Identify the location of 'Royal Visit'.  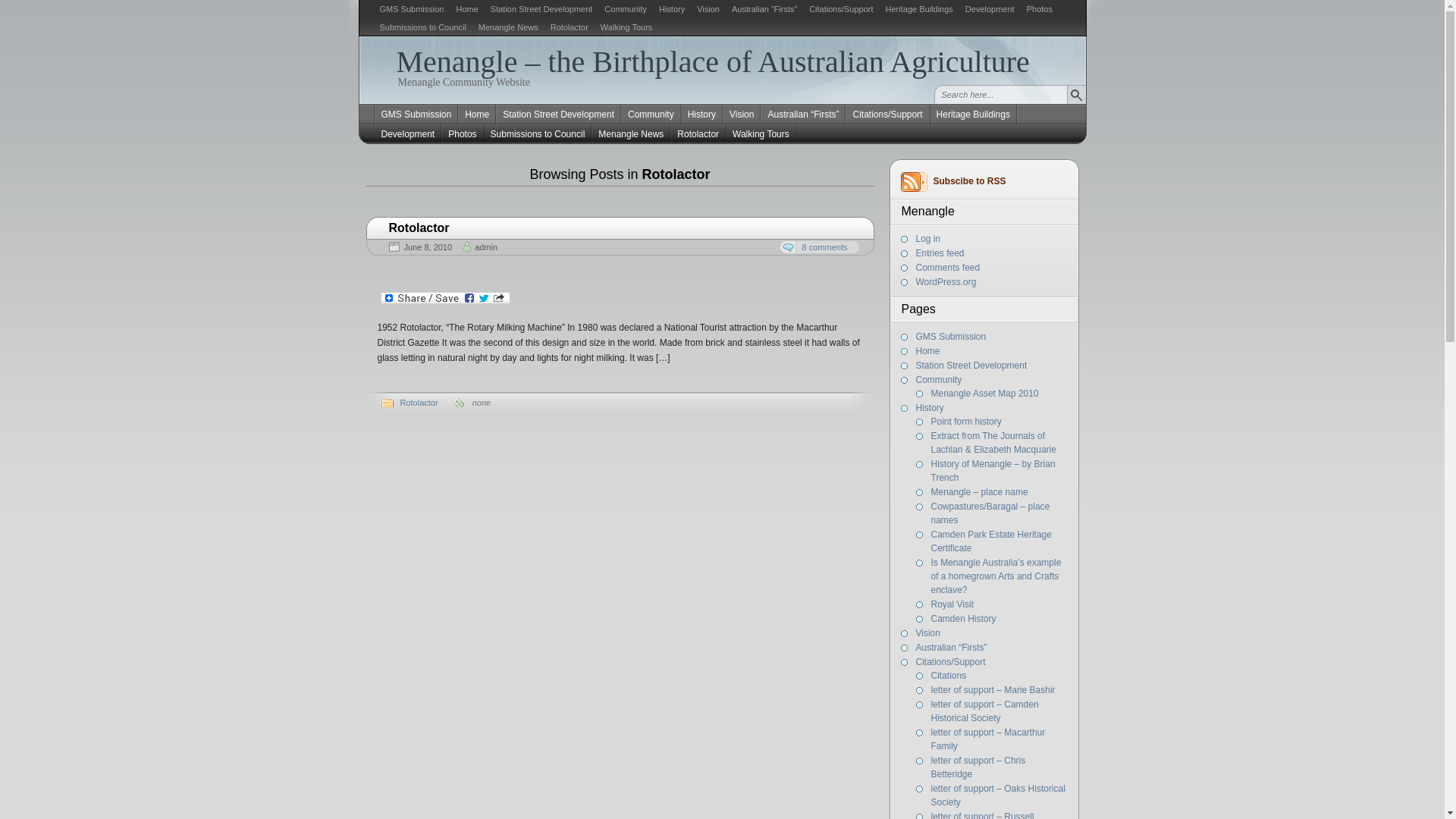
(952, 604).